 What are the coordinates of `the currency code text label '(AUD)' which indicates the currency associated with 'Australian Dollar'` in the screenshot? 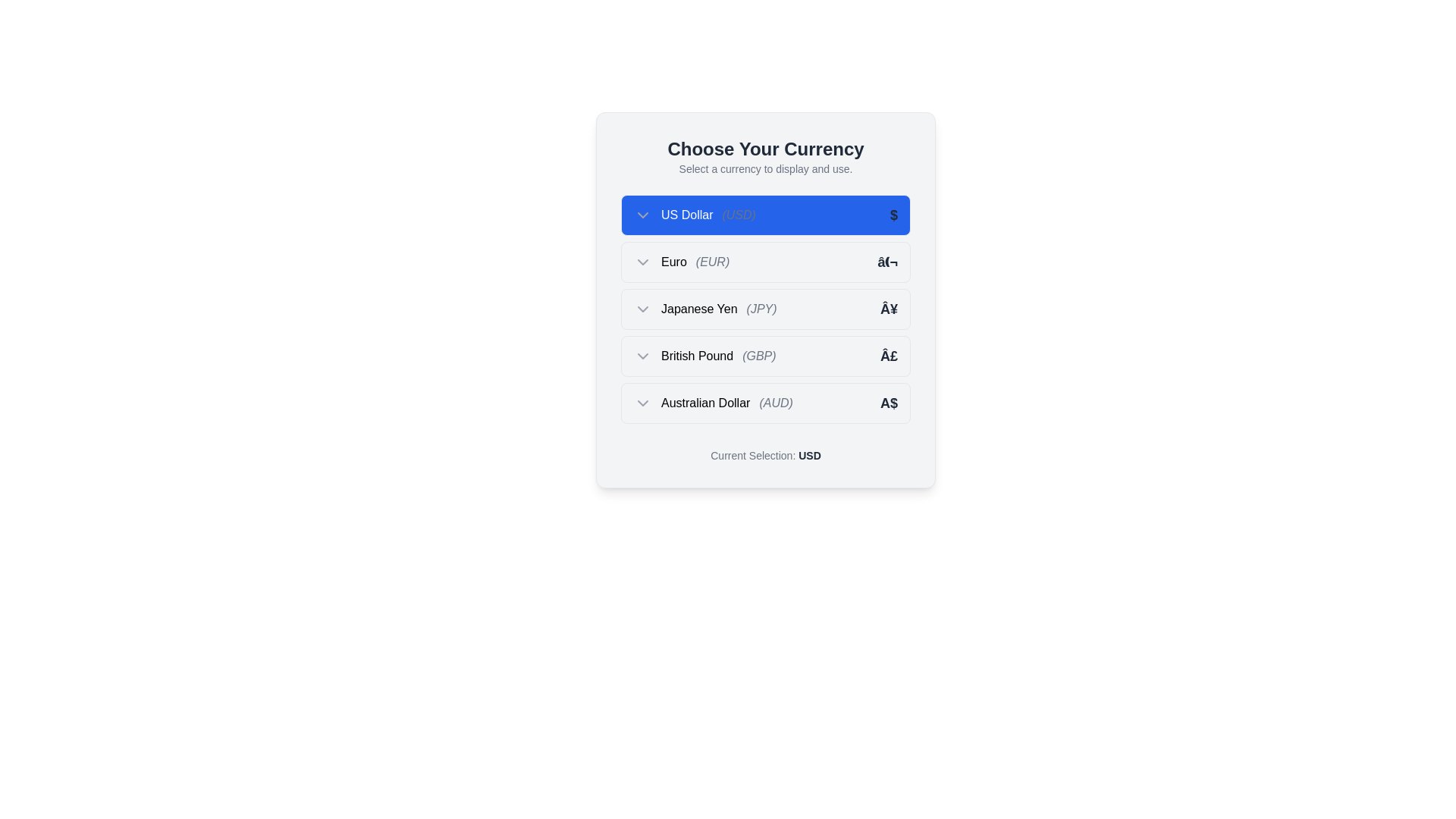 It's located at (776, 403).